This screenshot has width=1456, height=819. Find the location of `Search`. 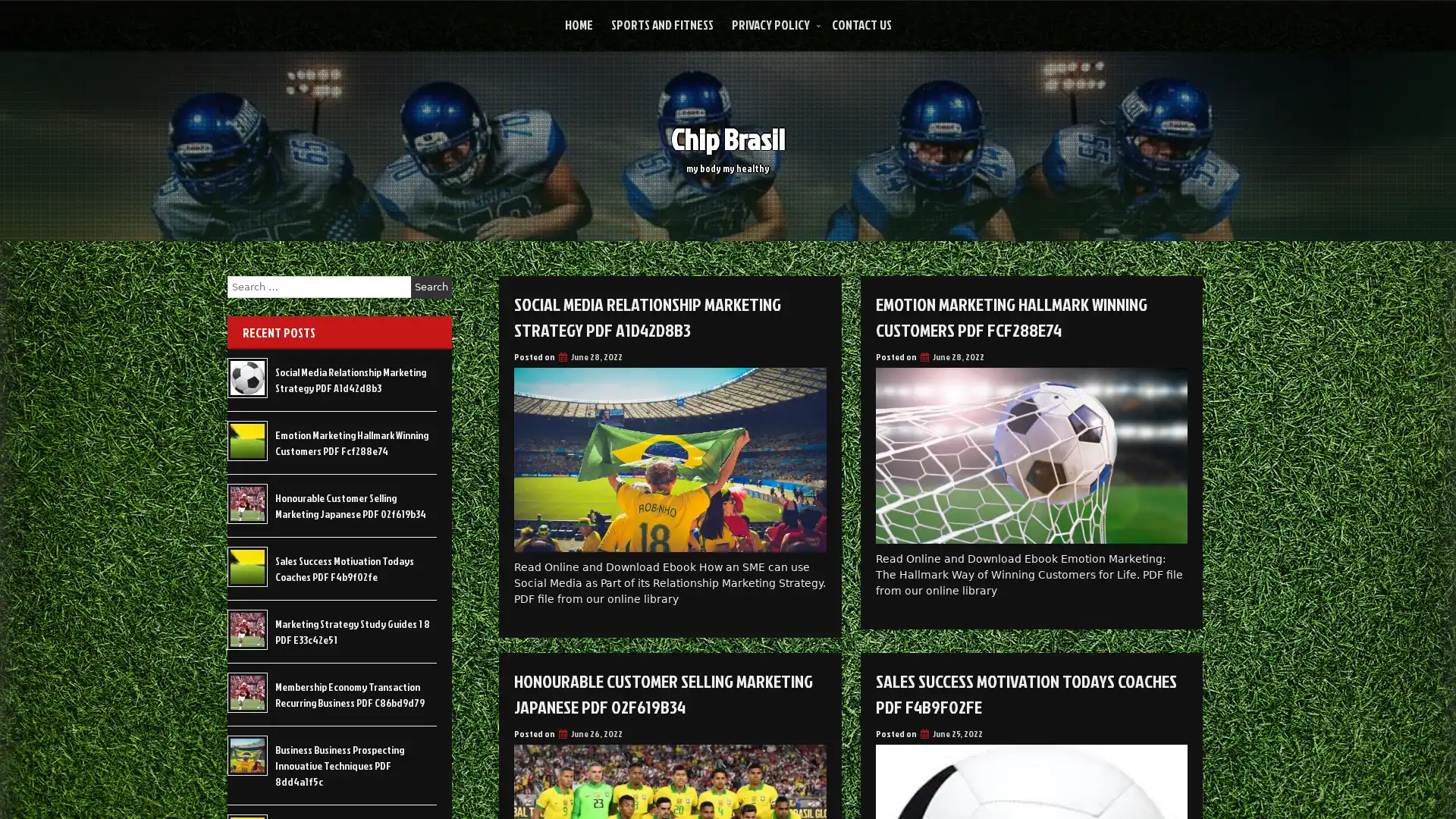

Search is located at coordinates (431, 287).